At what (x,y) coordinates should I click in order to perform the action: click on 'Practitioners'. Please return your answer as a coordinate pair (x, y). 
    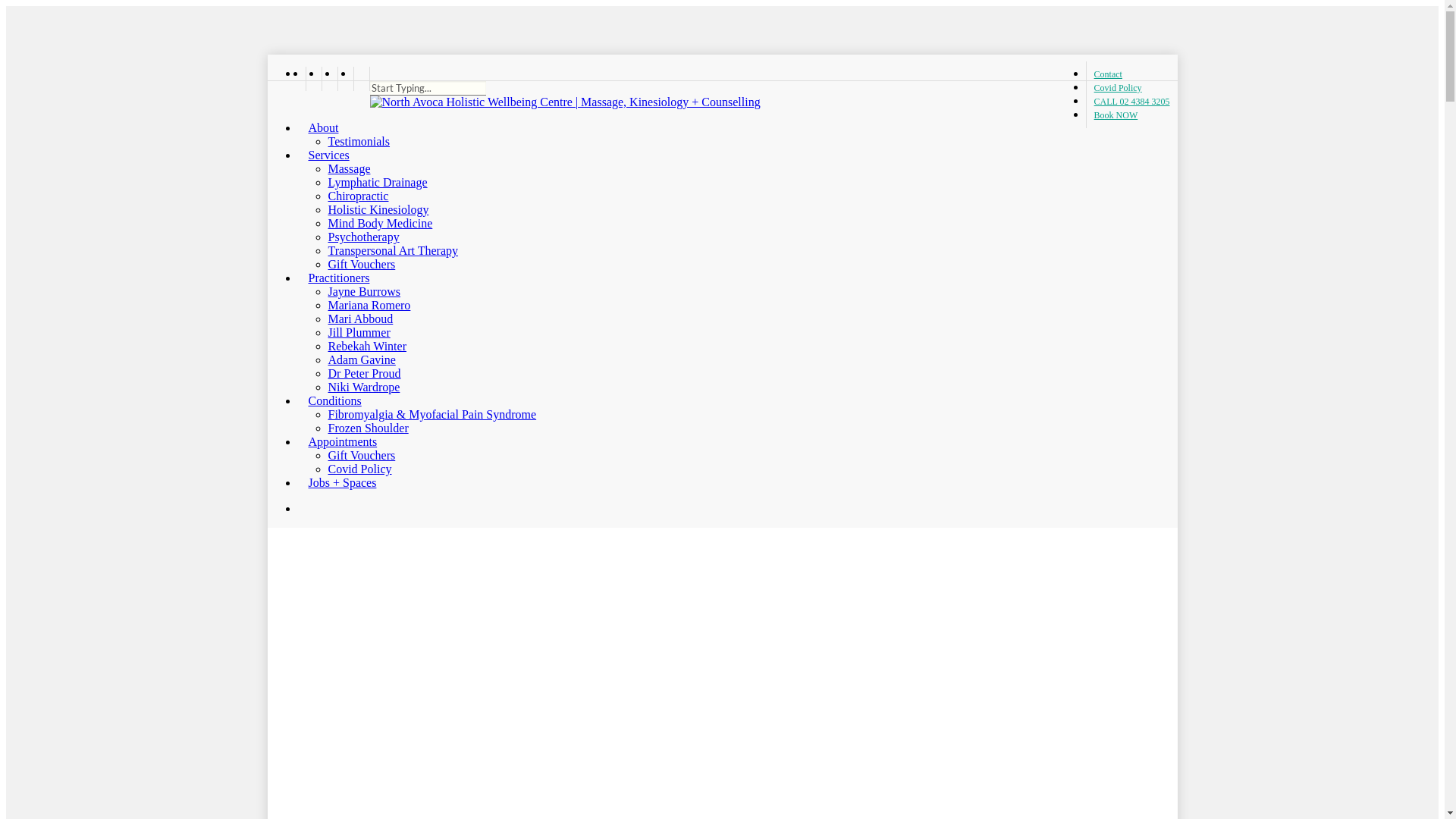
    Looking at the image, I should click on (332, 278).